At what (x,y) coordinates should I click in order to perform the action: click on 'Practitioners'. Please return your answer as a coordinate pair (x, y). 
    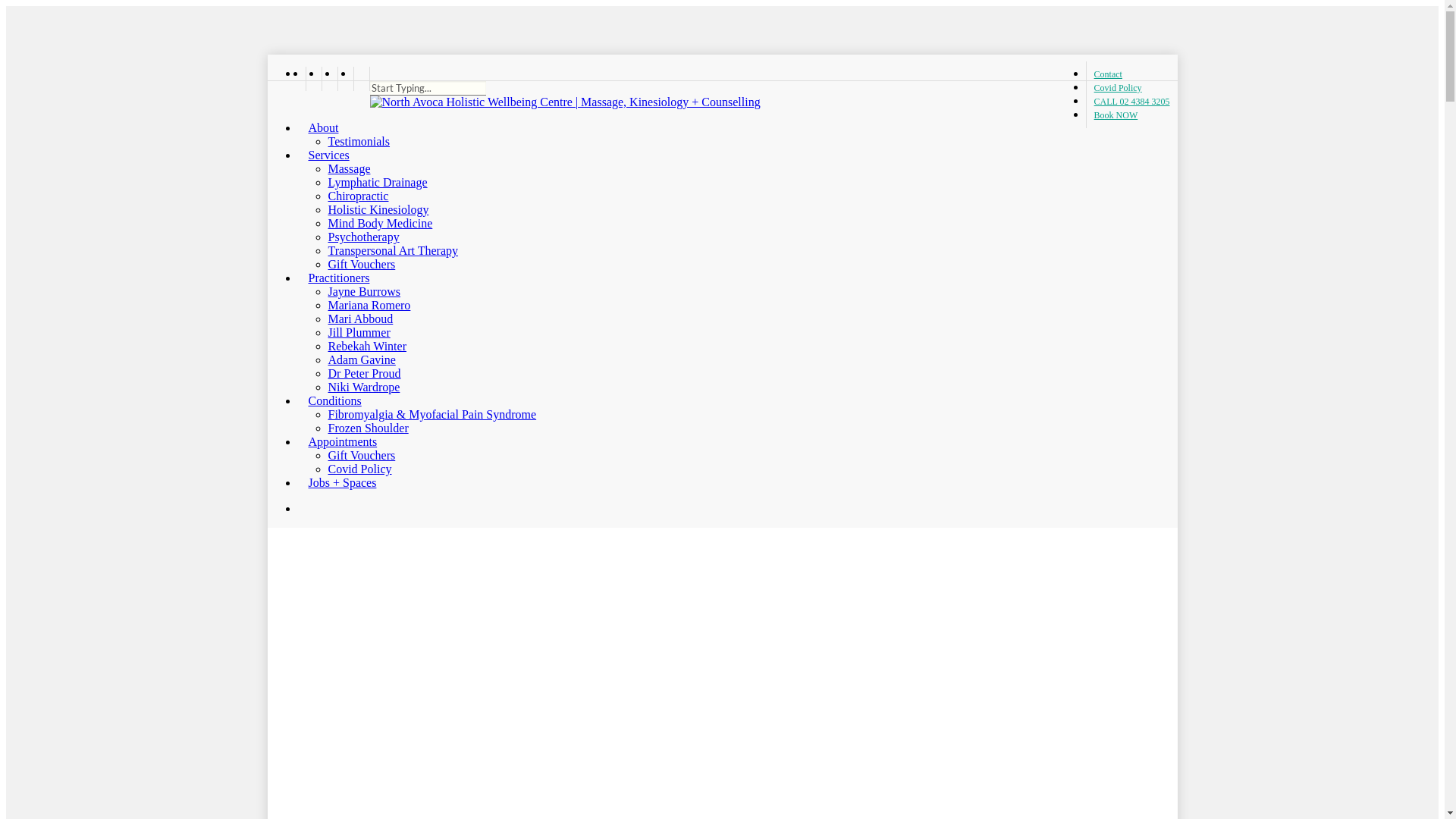
    Looking at the image, I should click on (332, 278).